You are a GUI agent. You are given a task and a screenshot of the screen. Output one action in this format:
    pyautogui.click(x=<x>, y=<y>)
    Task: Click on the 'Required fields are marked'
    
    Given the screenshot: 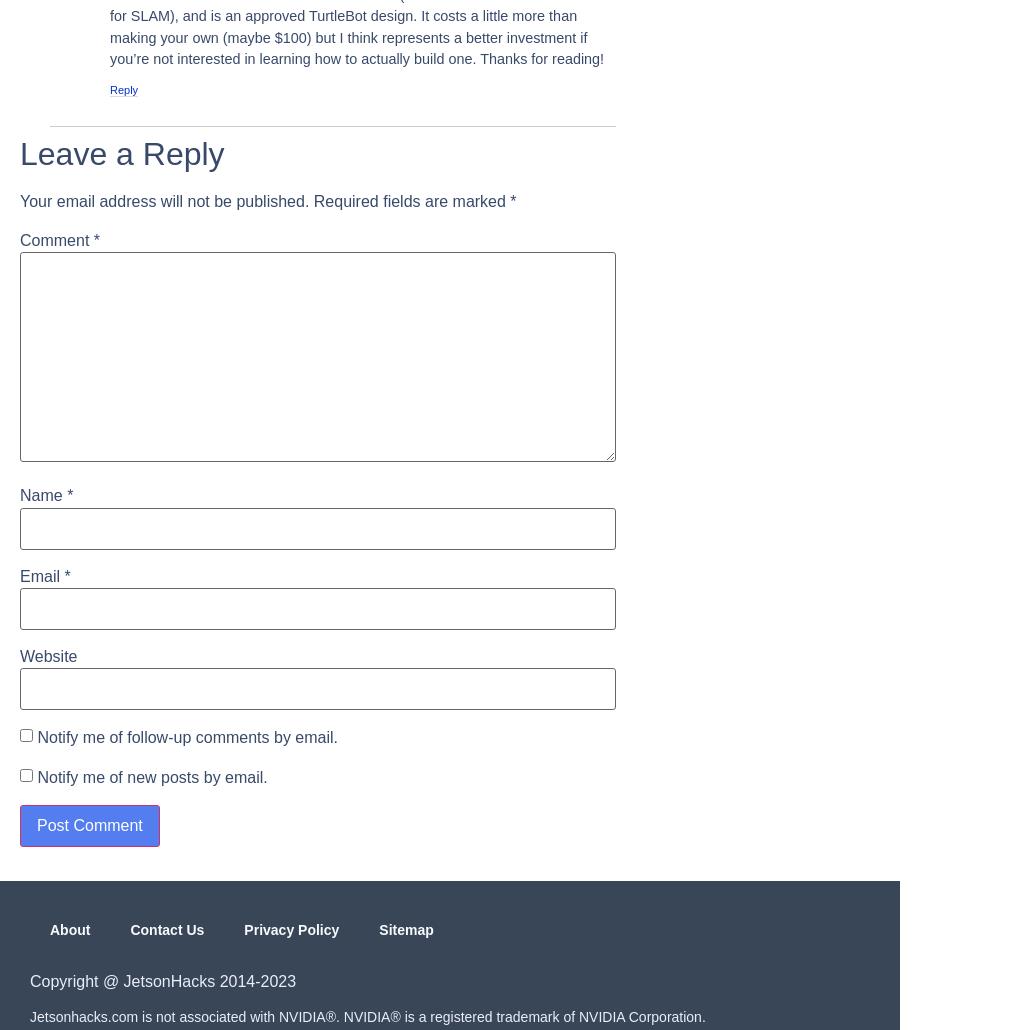 What is the action you would take?
    pyautogui.click(x=312, y=200)
    